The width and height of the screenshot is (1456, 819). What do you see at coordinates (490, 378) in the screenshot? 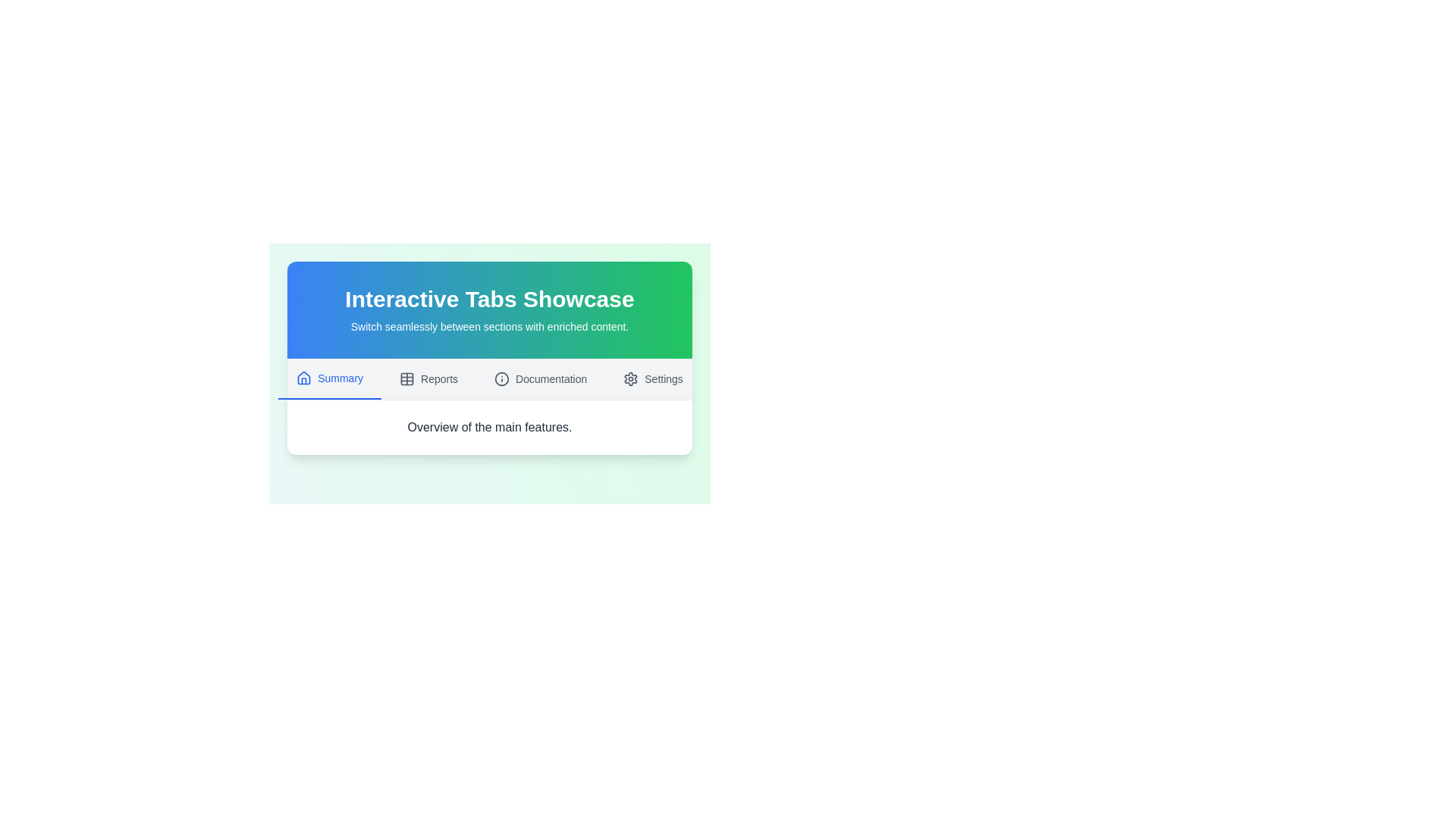
I see `the icon in the central navigation bar` at bounding box center [490, 378].